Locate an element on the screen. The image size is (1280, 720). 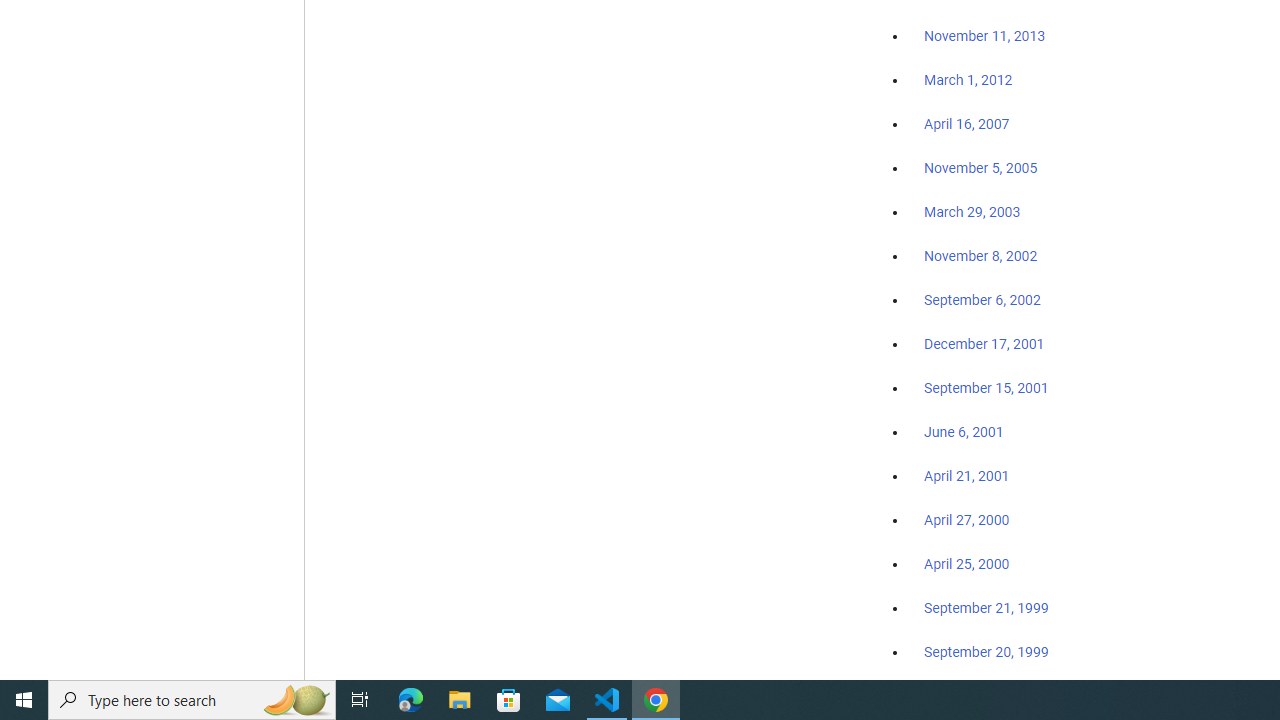
'April 21, 2001' is located at coordinates (967, 476).